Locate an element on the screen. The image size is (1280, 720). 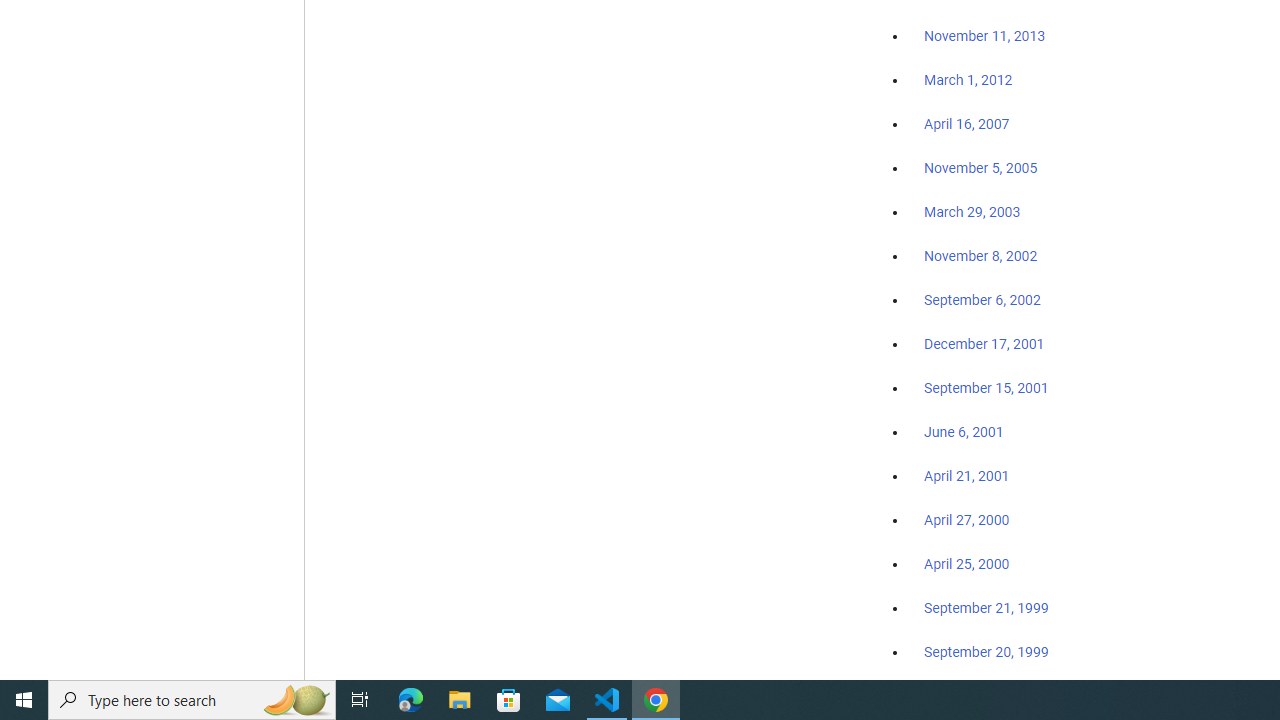
'April 21, 2001' is located at coordinates (967, 476).